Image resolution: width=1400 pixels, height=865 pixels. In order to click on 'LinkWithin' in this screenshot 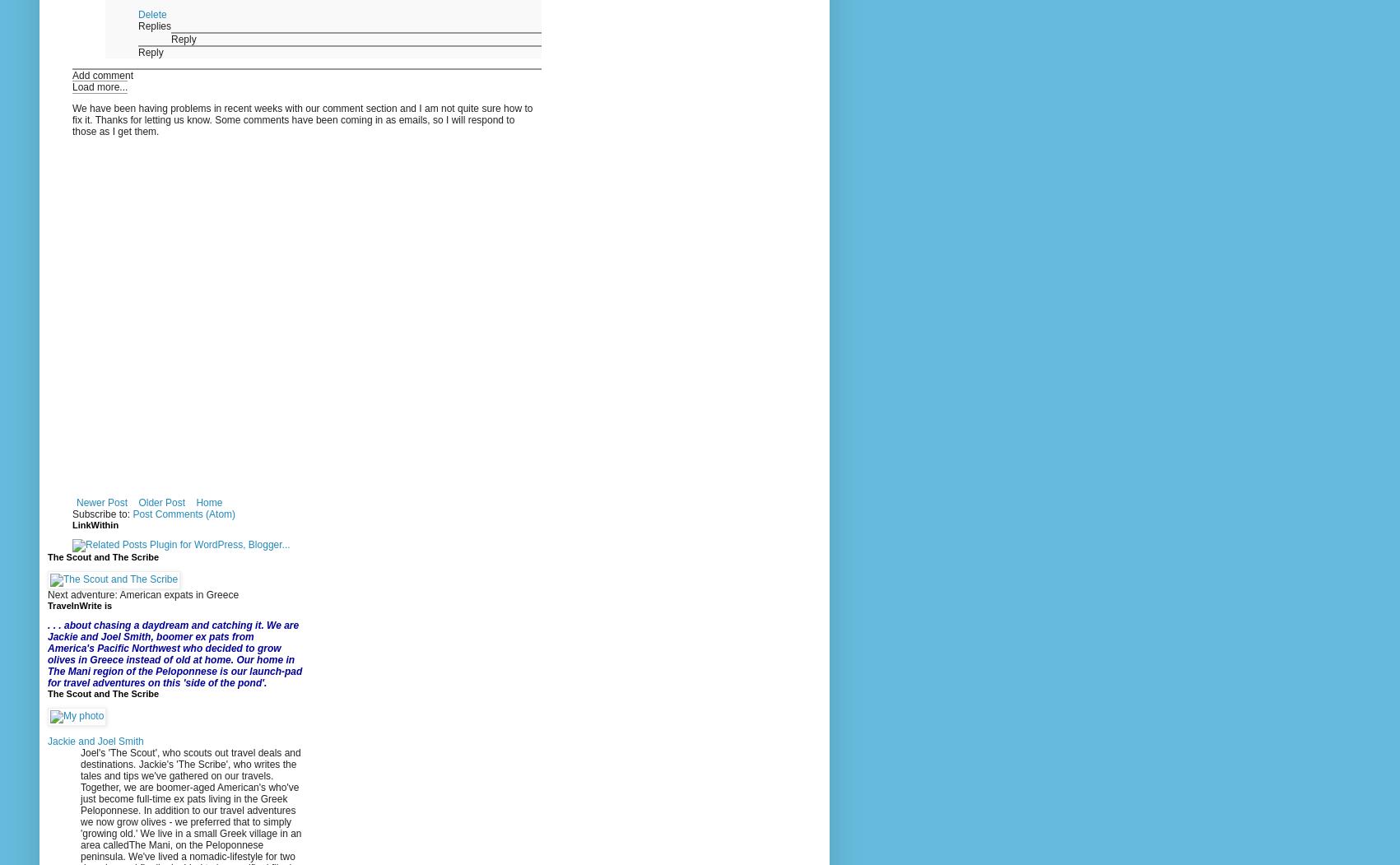, I will do `click(95, 523)`.